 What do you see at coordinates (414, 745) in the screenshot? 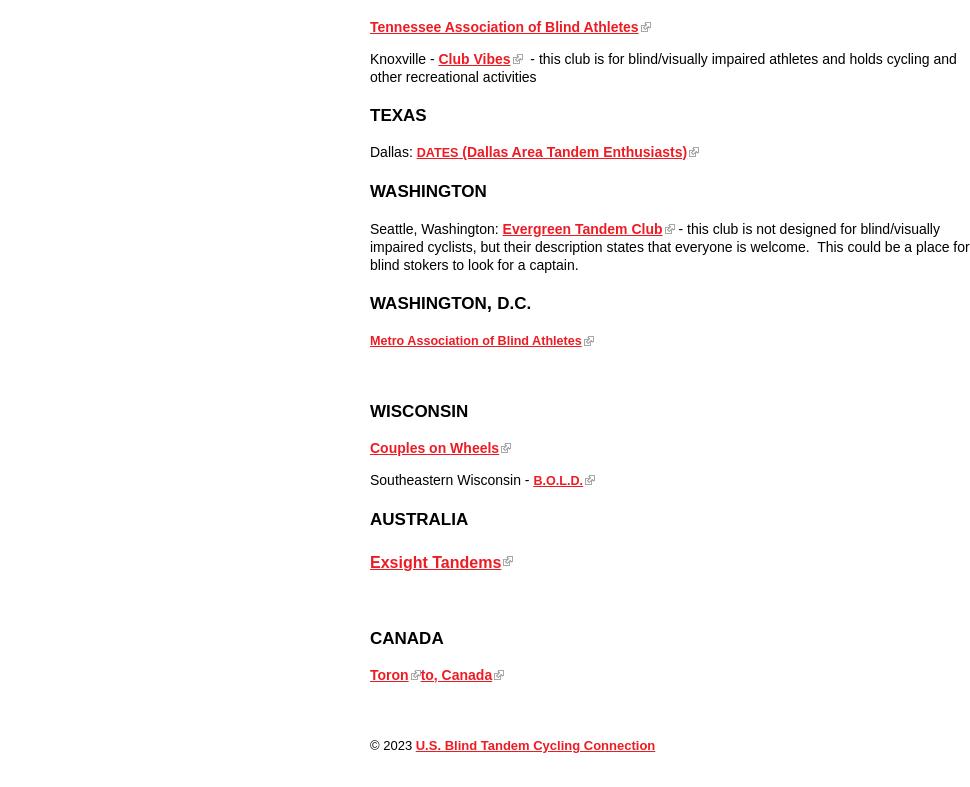
I see `'U.S. Blind Tandem Cycling Connection'` at bounding box center [414, 745].